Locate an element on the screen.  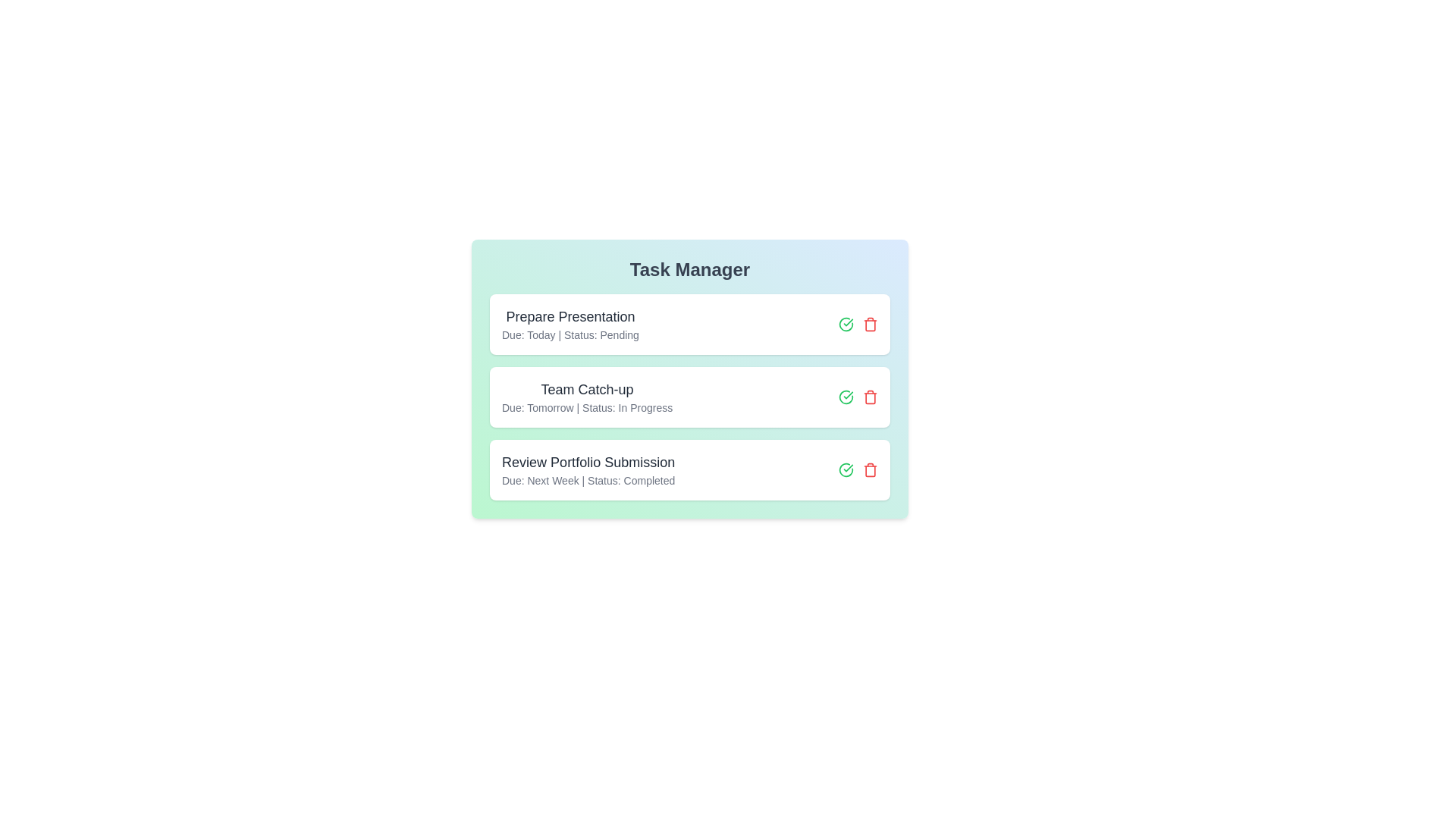
green checkmark button to mark the task 'Team Catch-up' as completed is located at coordinates (846, 397).